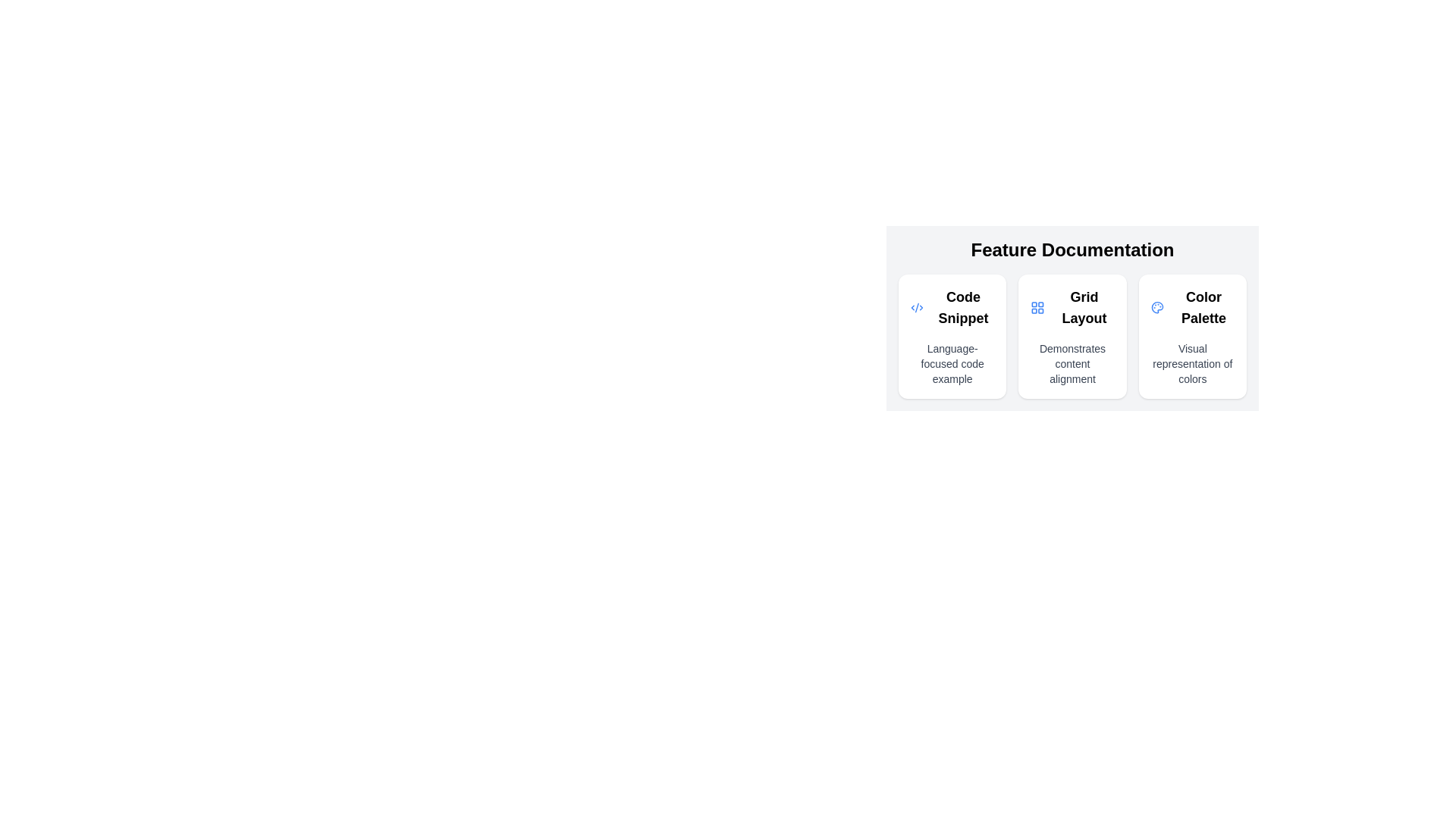 The image size is (1456, 819). I want to click on the second informational card in the horizontally aligned group that provides information about the 'Grid Layout' feature, so click(1072, 335).